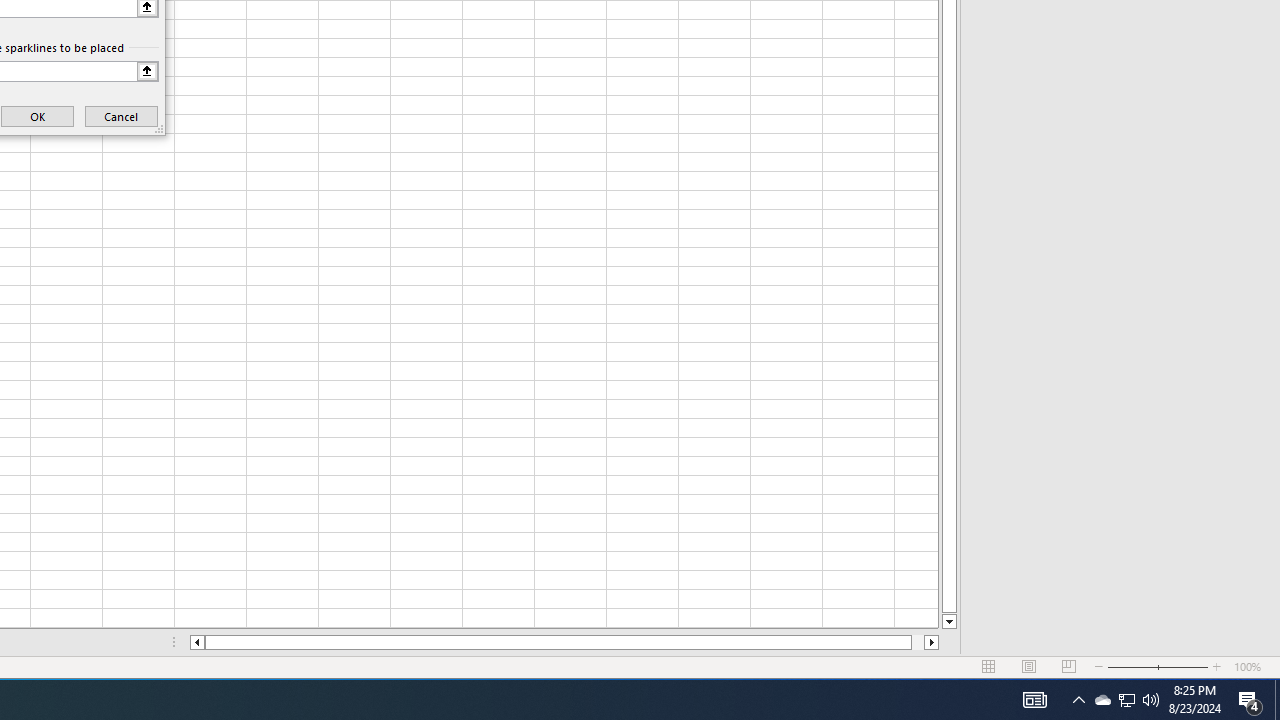 Image resolution: width=1280 pixels, height=720 pixels. What do you see at coordinates (563, 642) in the screenshot?
I see `'Class: NetUIScrollBar'` at bounding box center [563, 642].